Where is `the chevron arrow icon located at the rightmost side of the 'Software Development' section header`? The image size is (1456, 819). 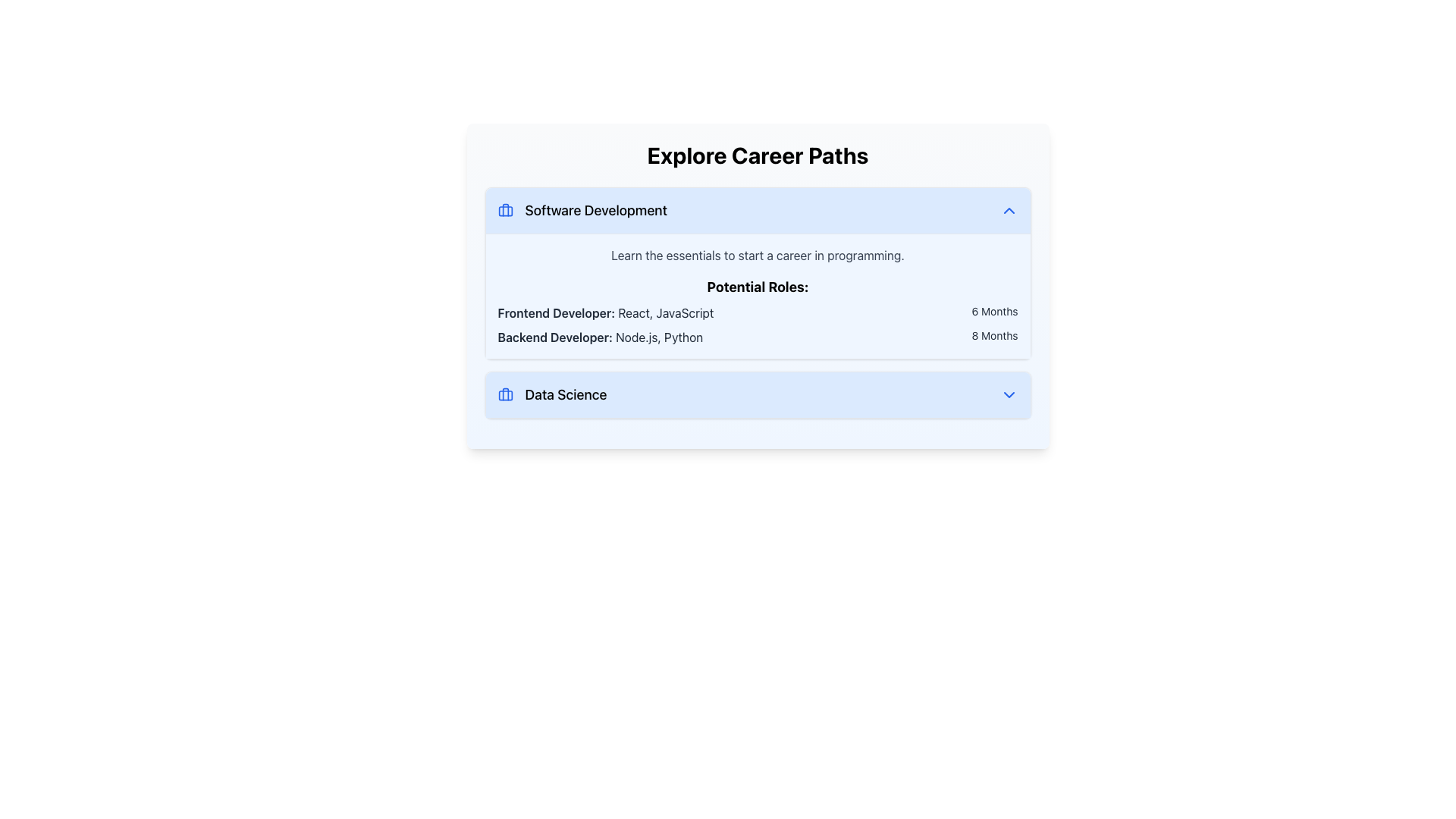
the chevron arrow icon located at the rightmost side of the 'Software Development' section header is located at coordinates (1009, 210).